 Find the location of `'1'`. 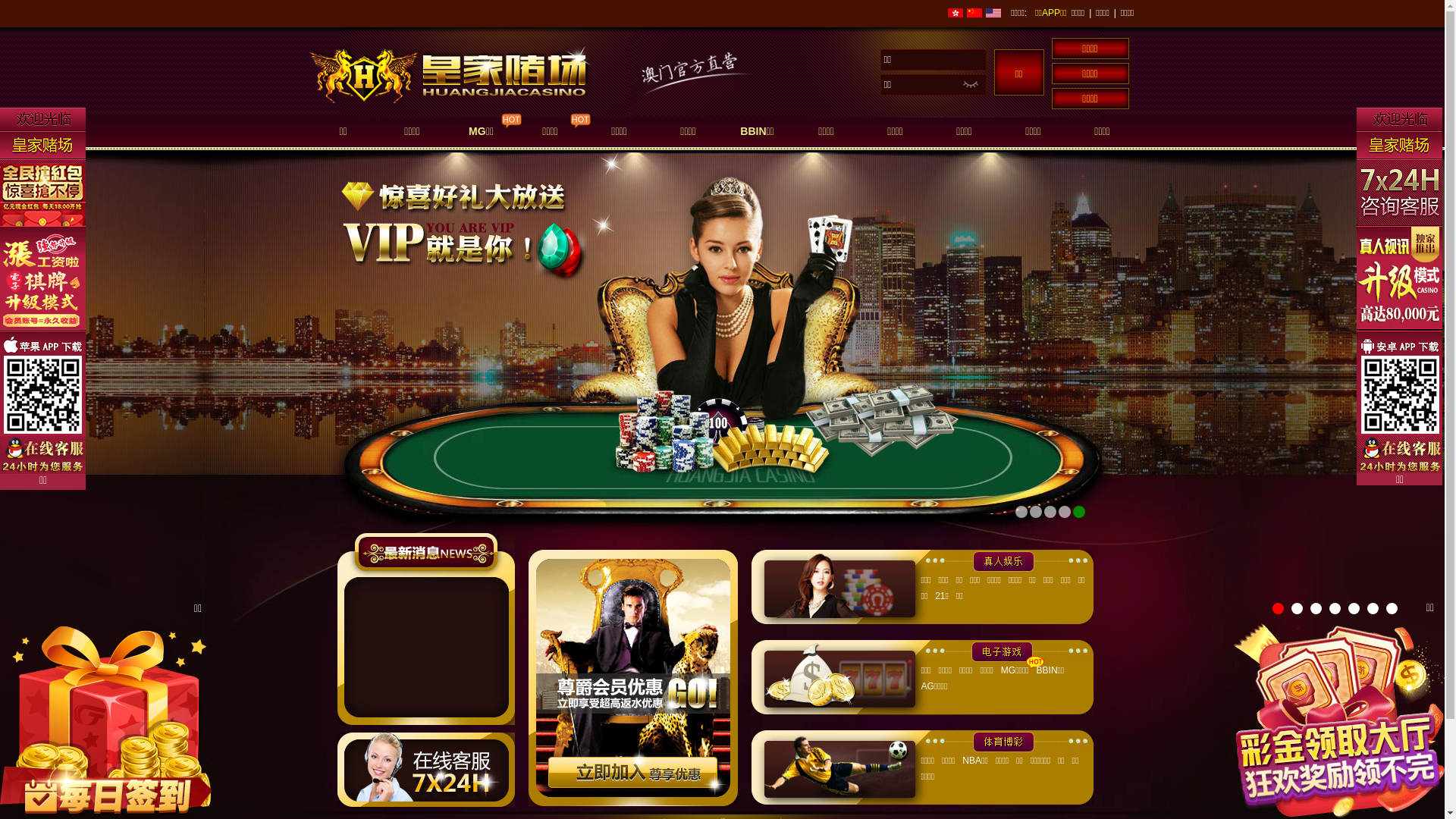

'1' is located at coordinates (1277, 607).